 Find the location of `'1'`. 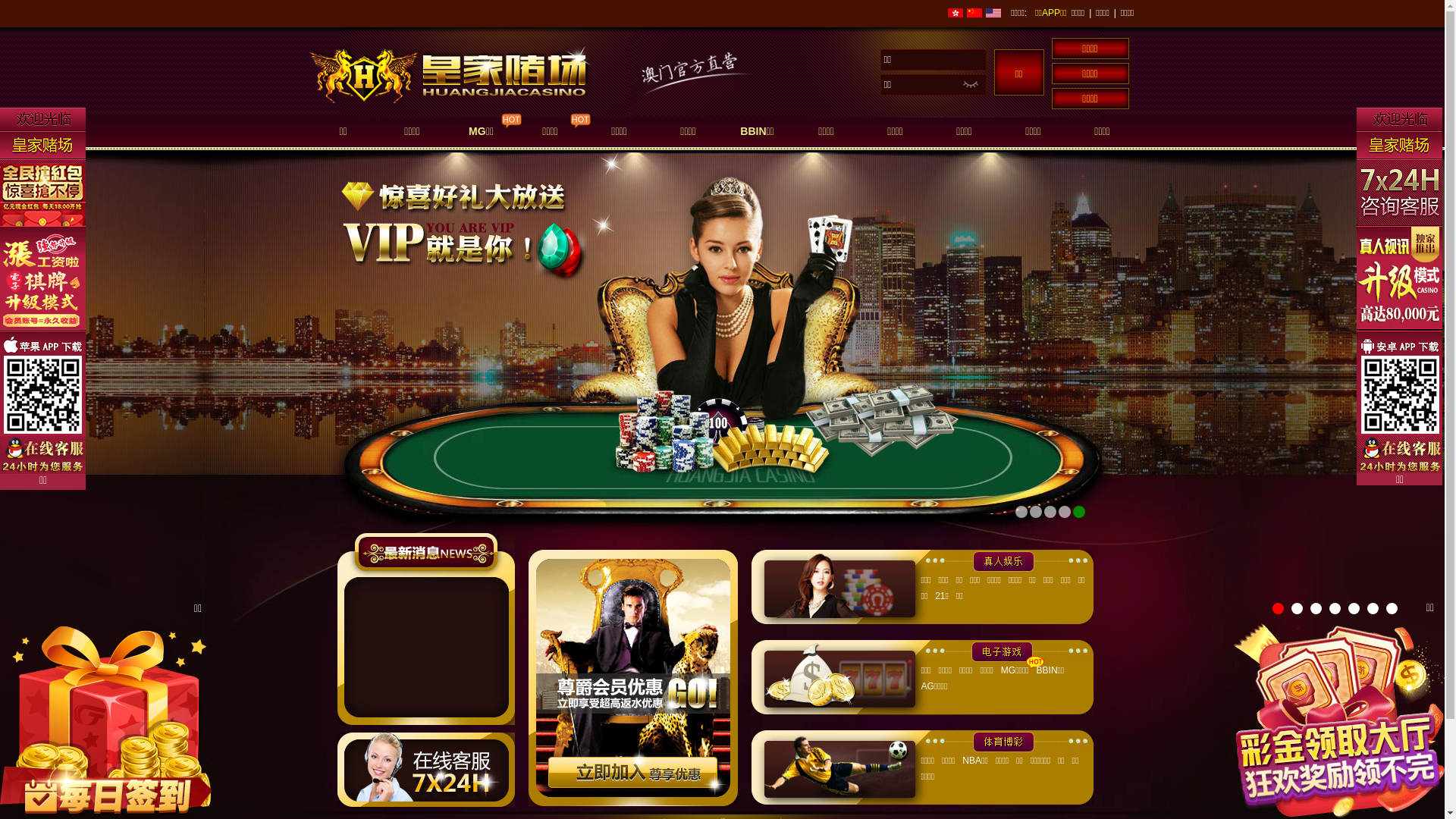

'1' is located at coordinates (1277, 607).